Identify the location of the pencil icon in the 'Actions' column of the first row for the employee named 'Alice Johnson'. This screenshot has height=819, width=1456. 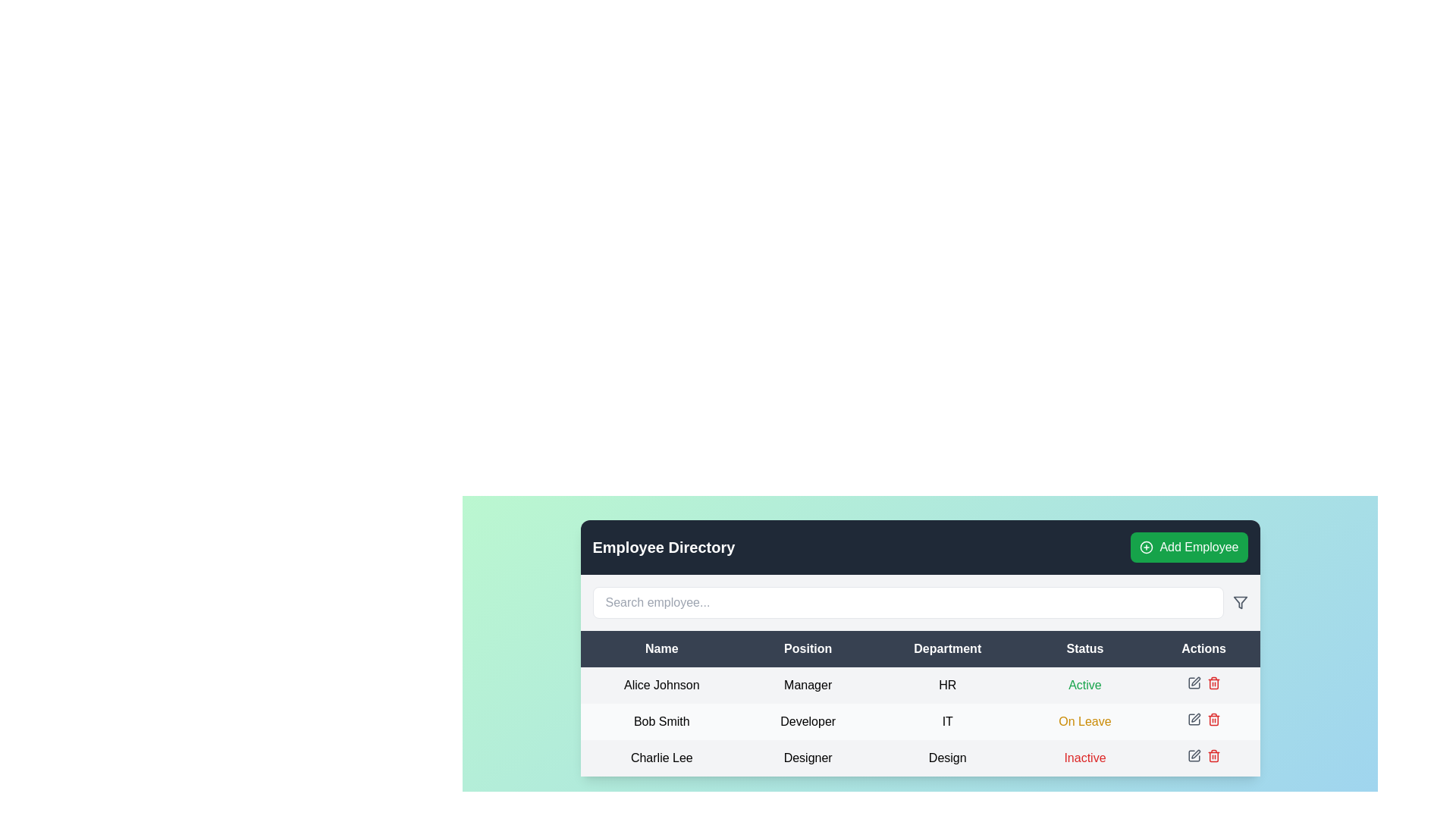
(1203, 683).